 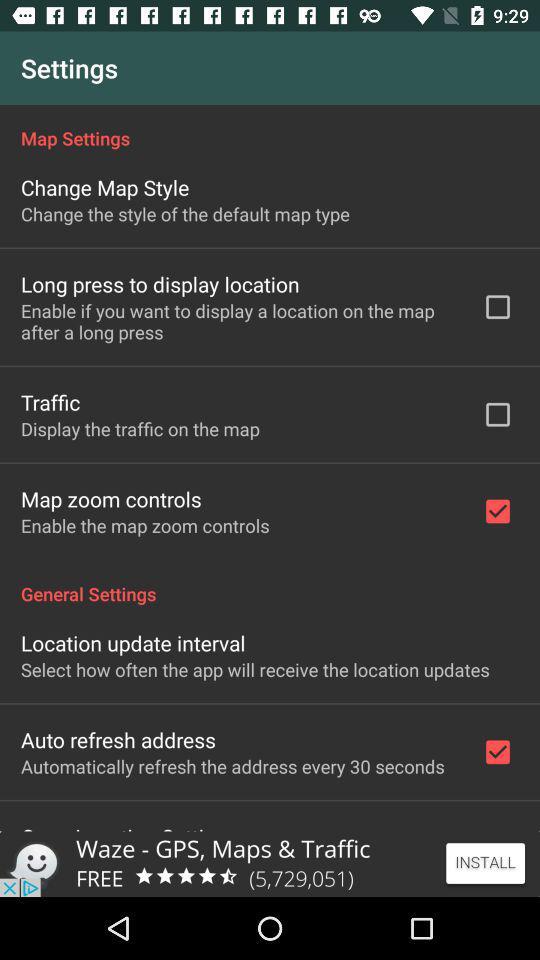 I want to click on the automatically refresh the item, so click(x=231, y=765).